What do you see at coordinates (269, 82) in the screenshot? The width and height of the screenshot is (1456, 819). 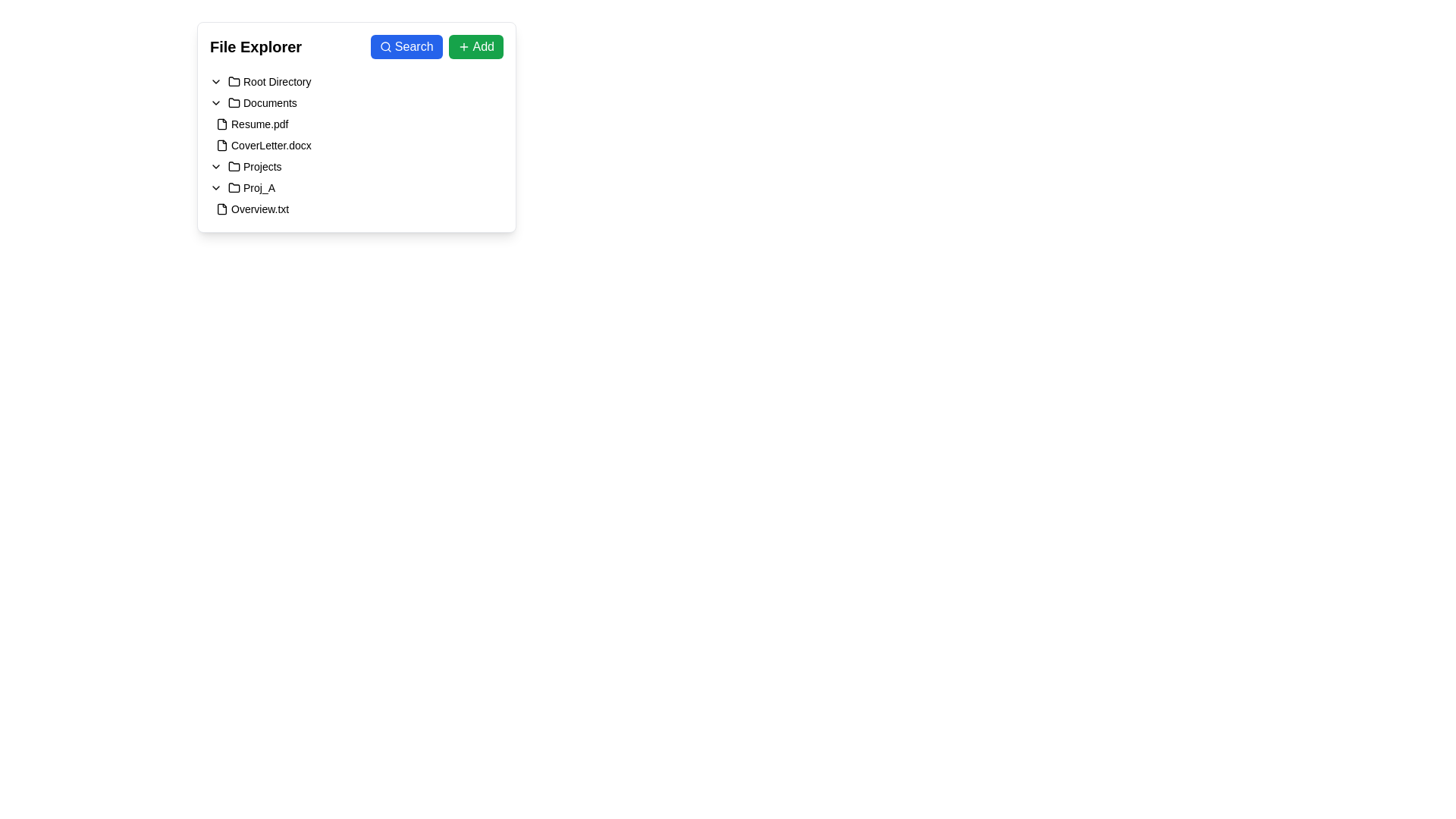 I see `the 'Root Directory' label, which is part of a clickable group and is displayed alongside a folder icon in the file explorer list` at bounding box center [269, 82].